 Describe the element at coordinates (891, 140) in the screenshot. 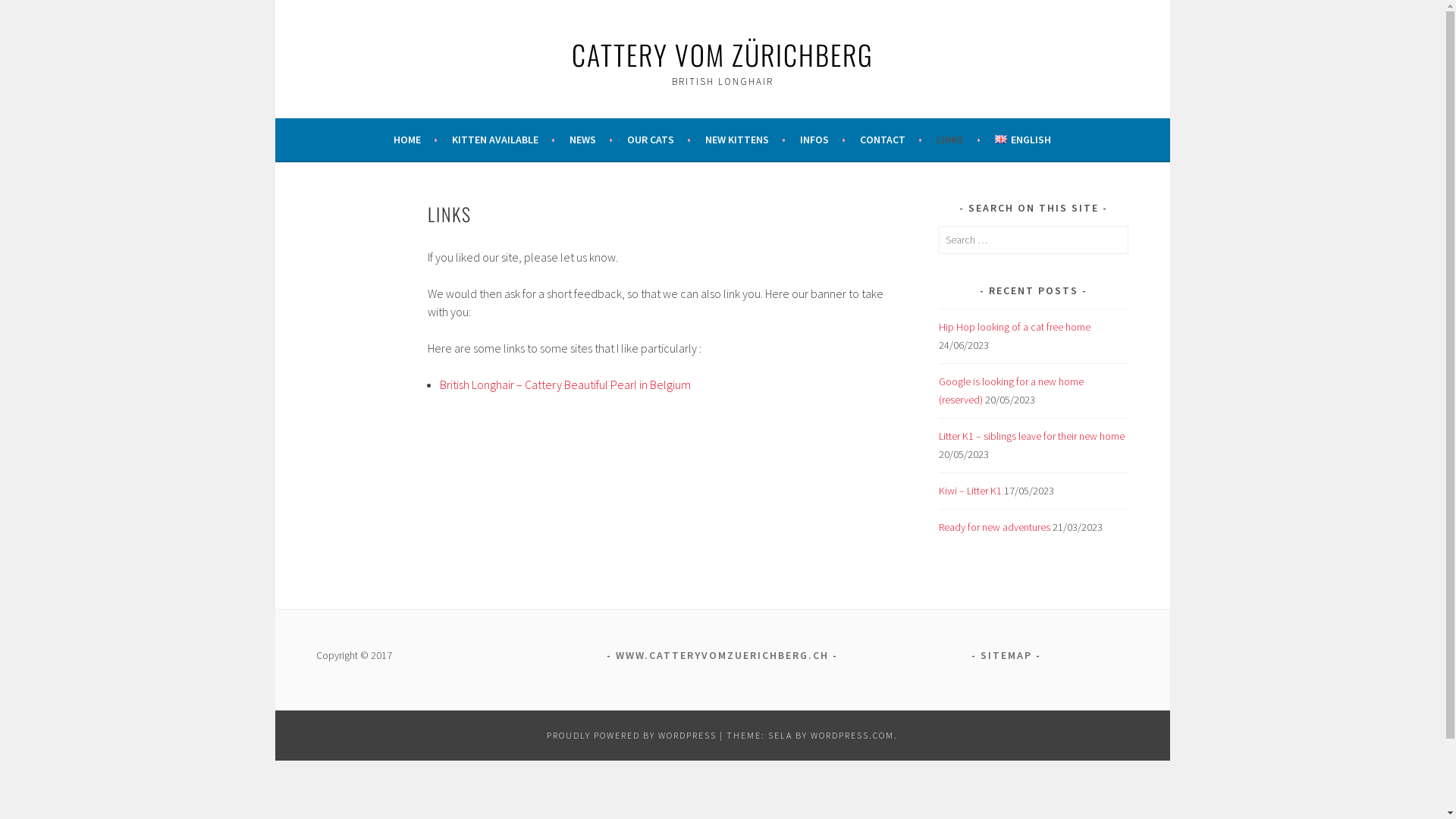

I see `'CONTACT'` at that location.